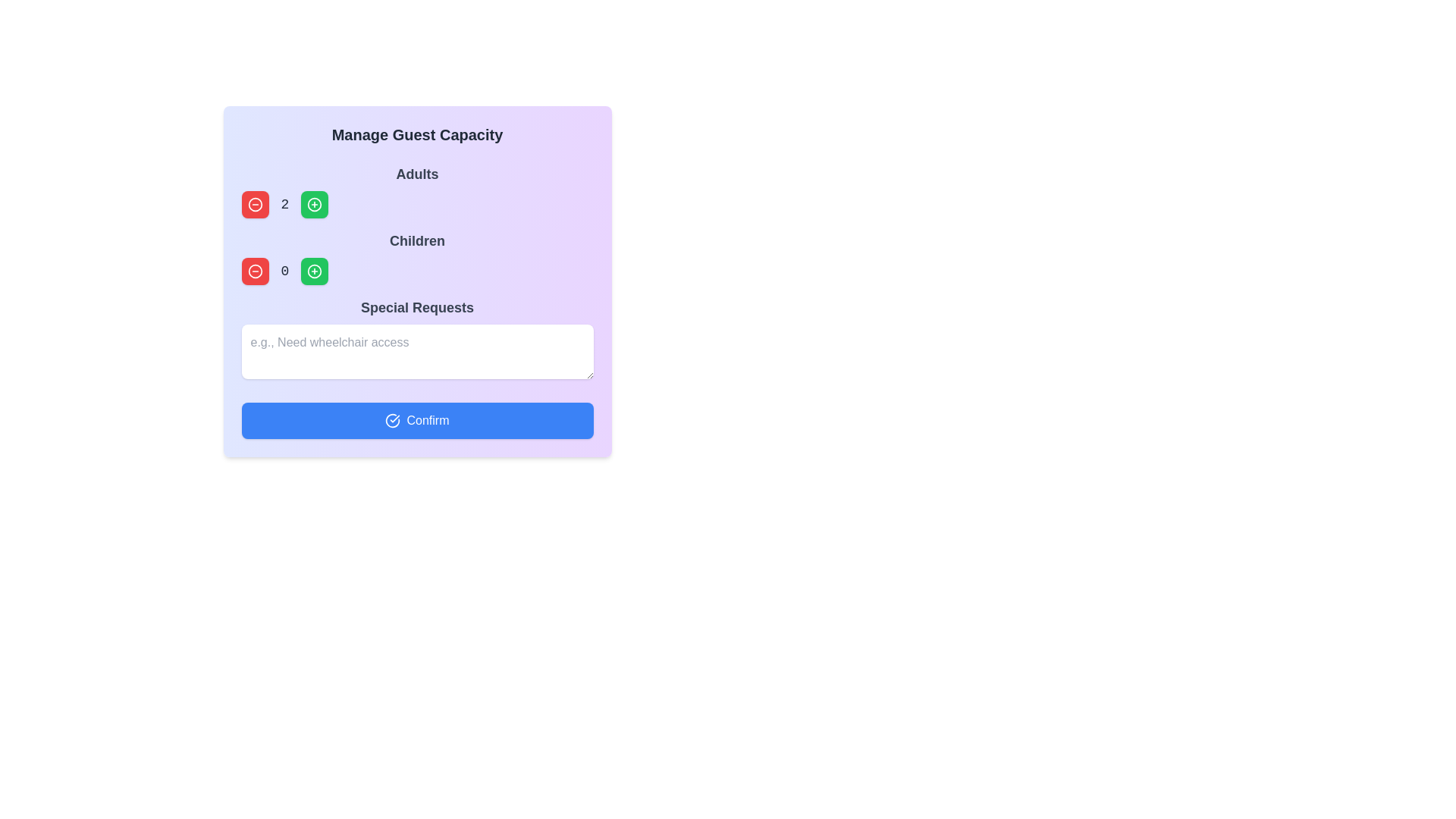 The width and height of the screenshot is (1456, 819). I want to click on the red circular button representing a decrement action for the 'Adults' category to decrease the count of adults, so click(255, 205).